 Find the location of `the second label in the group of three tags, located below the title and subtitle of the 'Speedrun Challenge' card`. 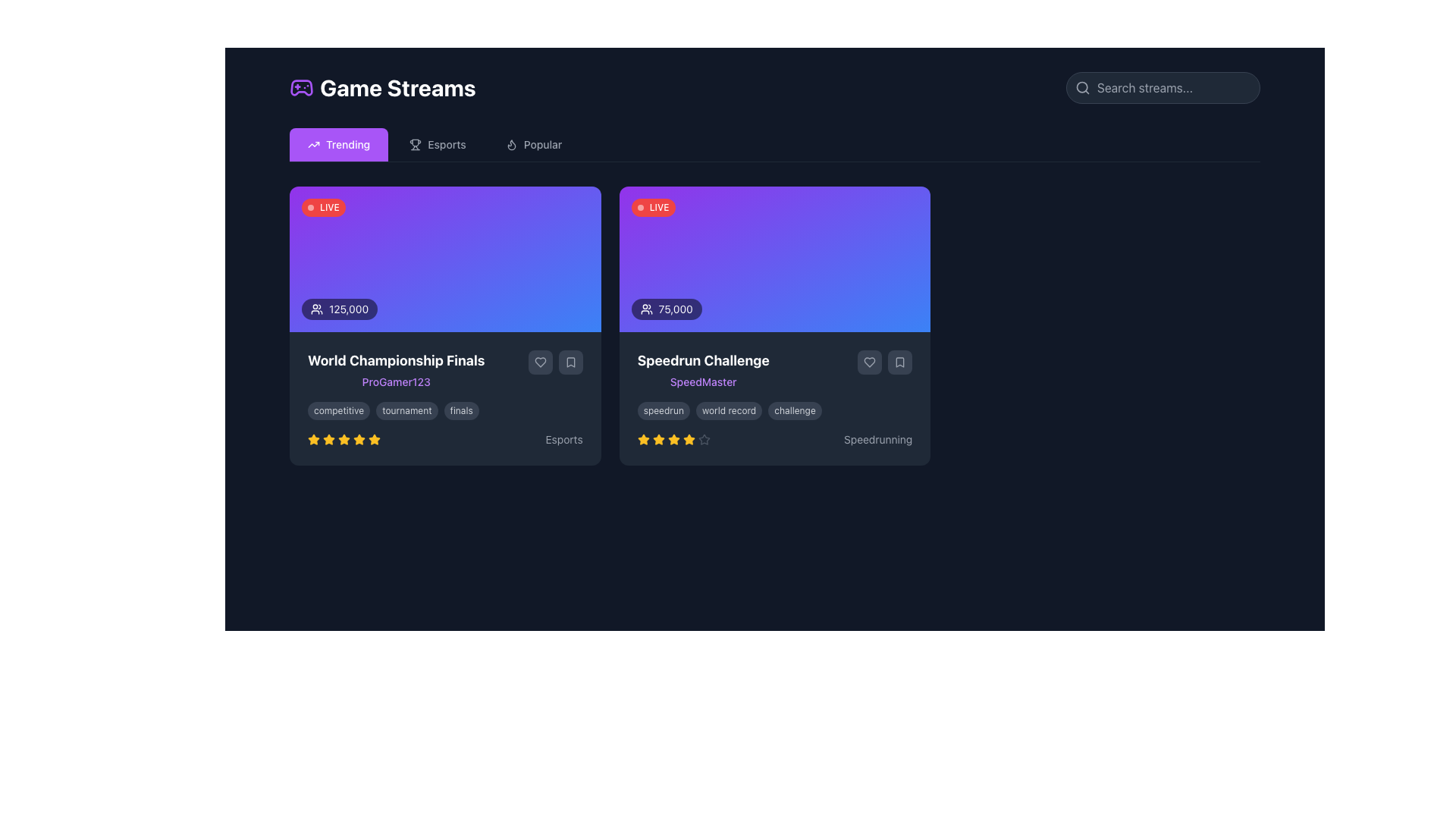

the second label in the group of three tags, located below the title and subtitle of the 'Speedrun Challenge' card is located at coordinates (729, 411).